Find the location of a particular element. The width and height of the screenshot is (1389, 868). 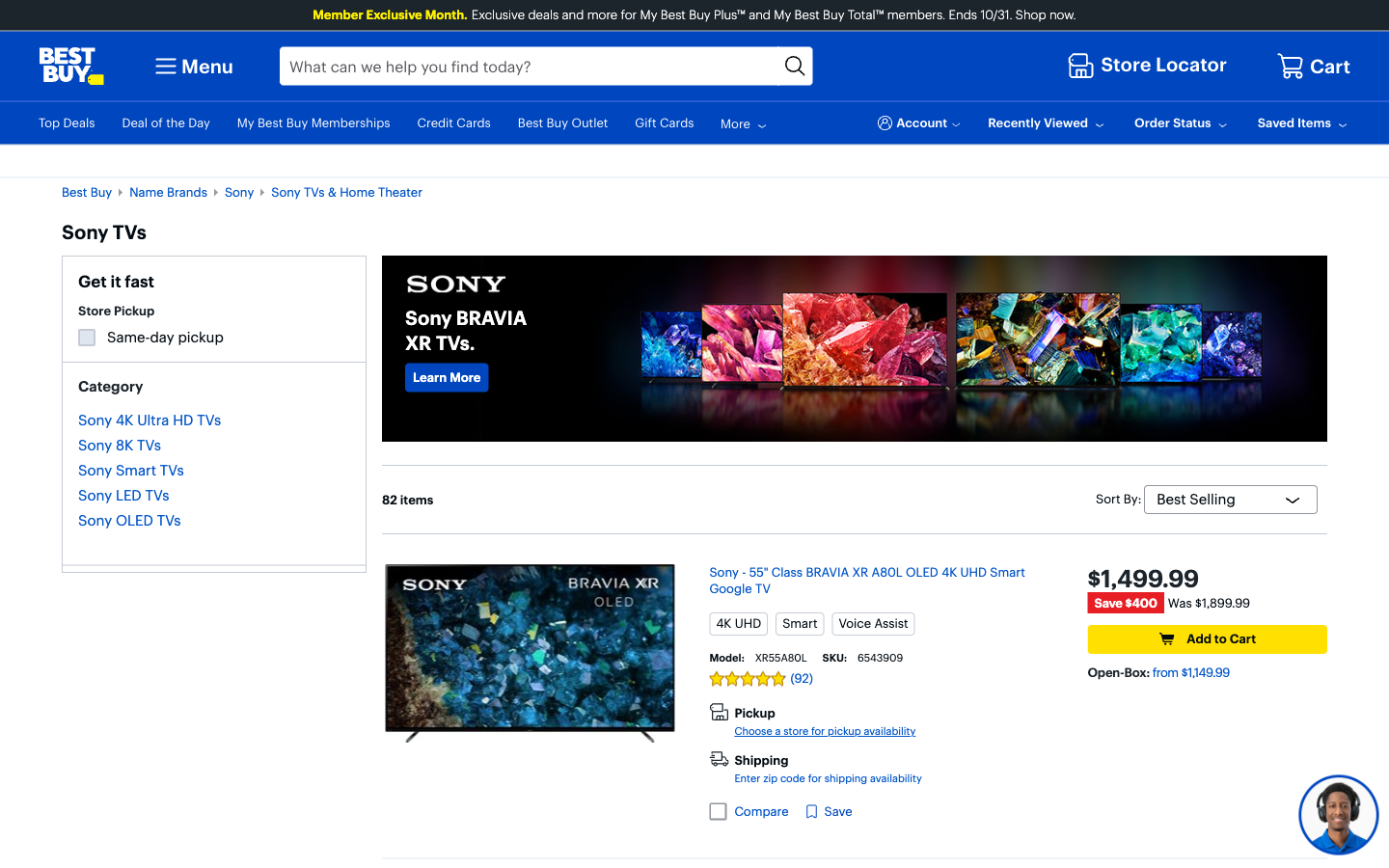

Activate the first entry in the recently viewed dropdown list is located at coordinates (1047, 122).